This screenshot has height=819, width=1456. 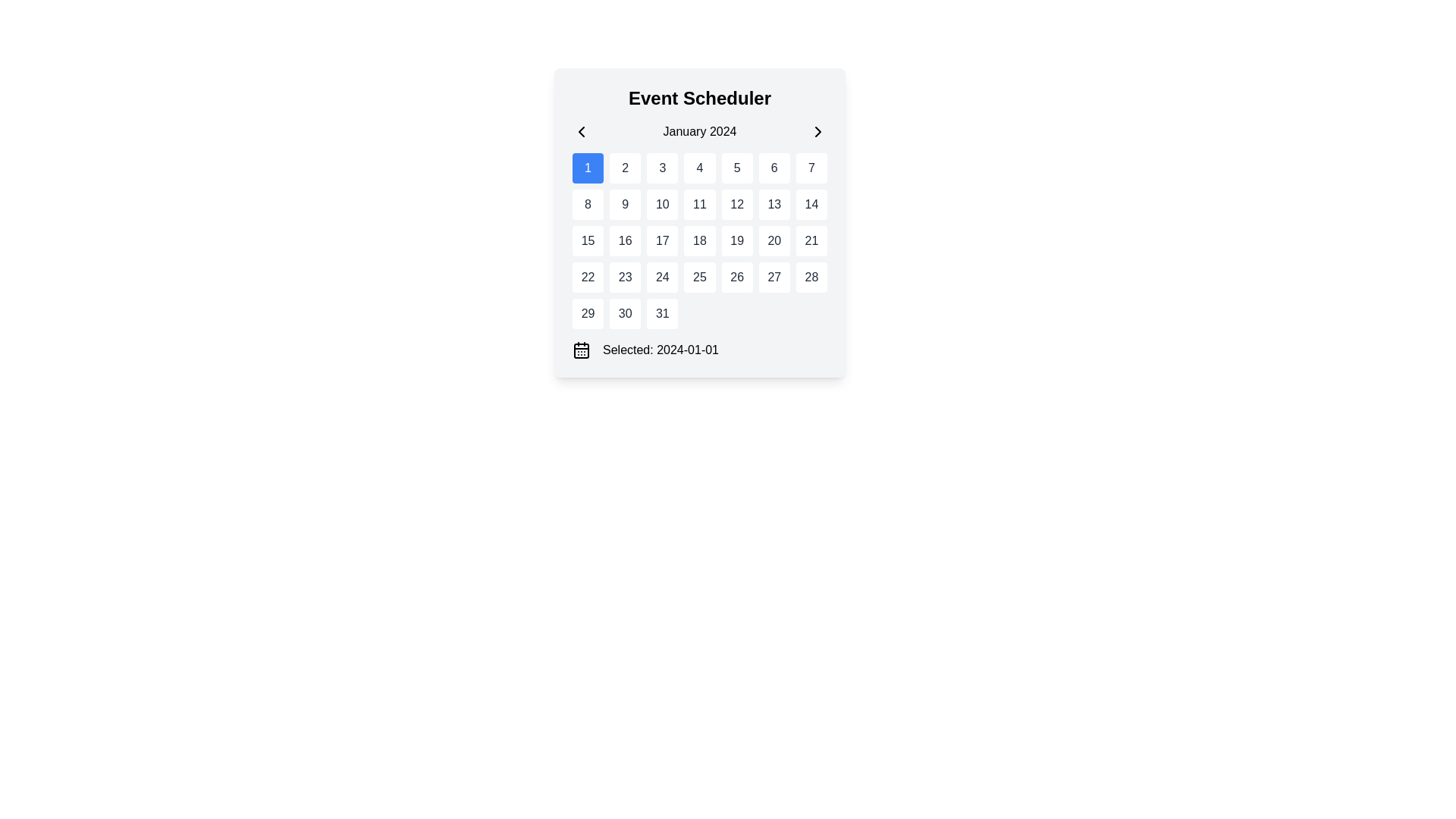 What do you see at coordinates (817, 130) in the screenshot?
I see `the chevron-right indicator graphical icon, which is positioned to the right of the month label 'January 2024' in the calendar interface` at bounding box center [817, 130].